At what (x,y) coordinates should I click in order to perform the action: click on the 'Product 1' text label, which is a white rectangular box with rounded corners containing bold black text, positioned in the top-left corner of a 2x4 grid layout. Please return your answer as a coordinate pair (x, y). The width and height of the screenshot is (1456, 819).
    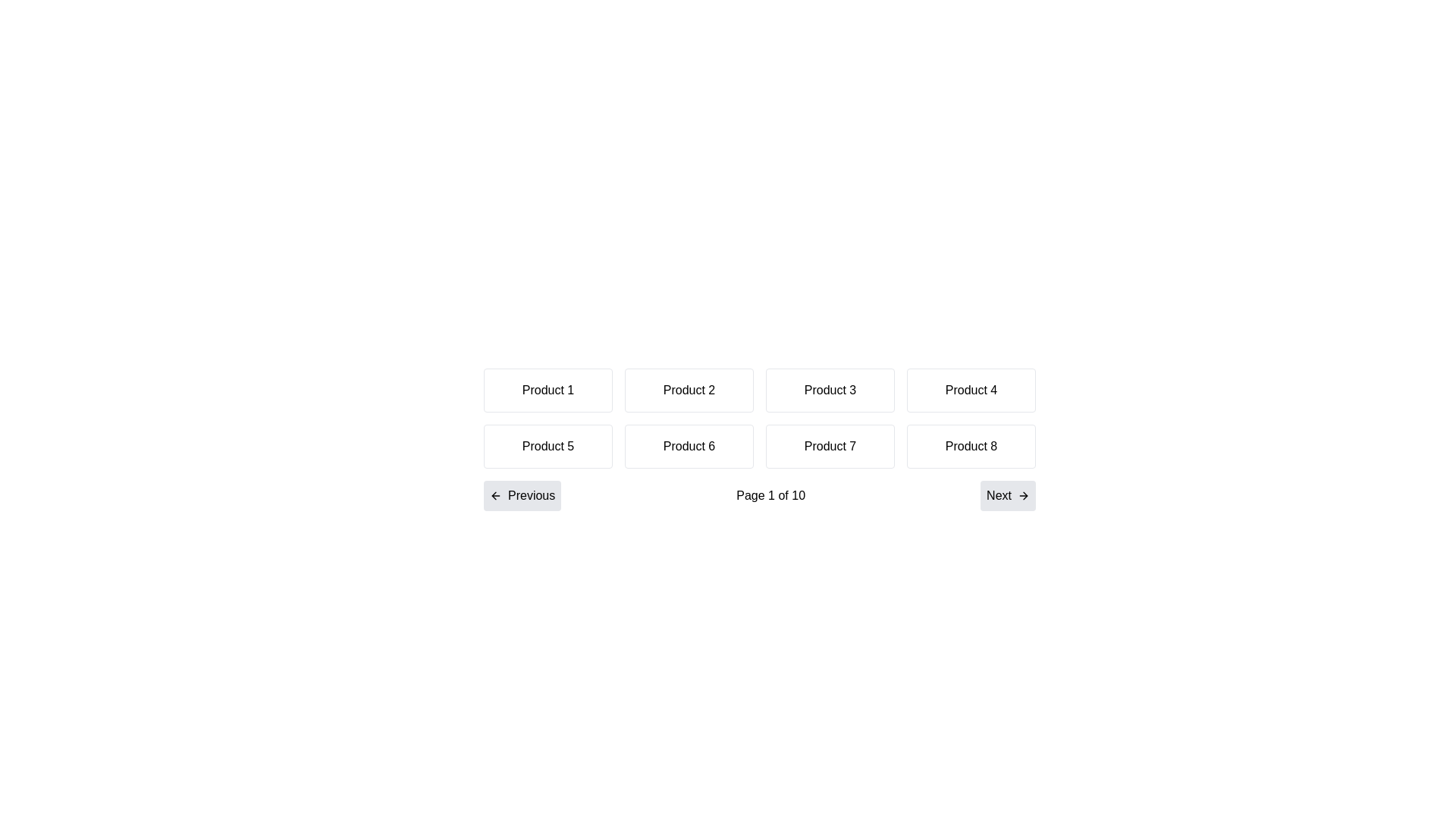
    Looking at the image, I should click on (548, 390).